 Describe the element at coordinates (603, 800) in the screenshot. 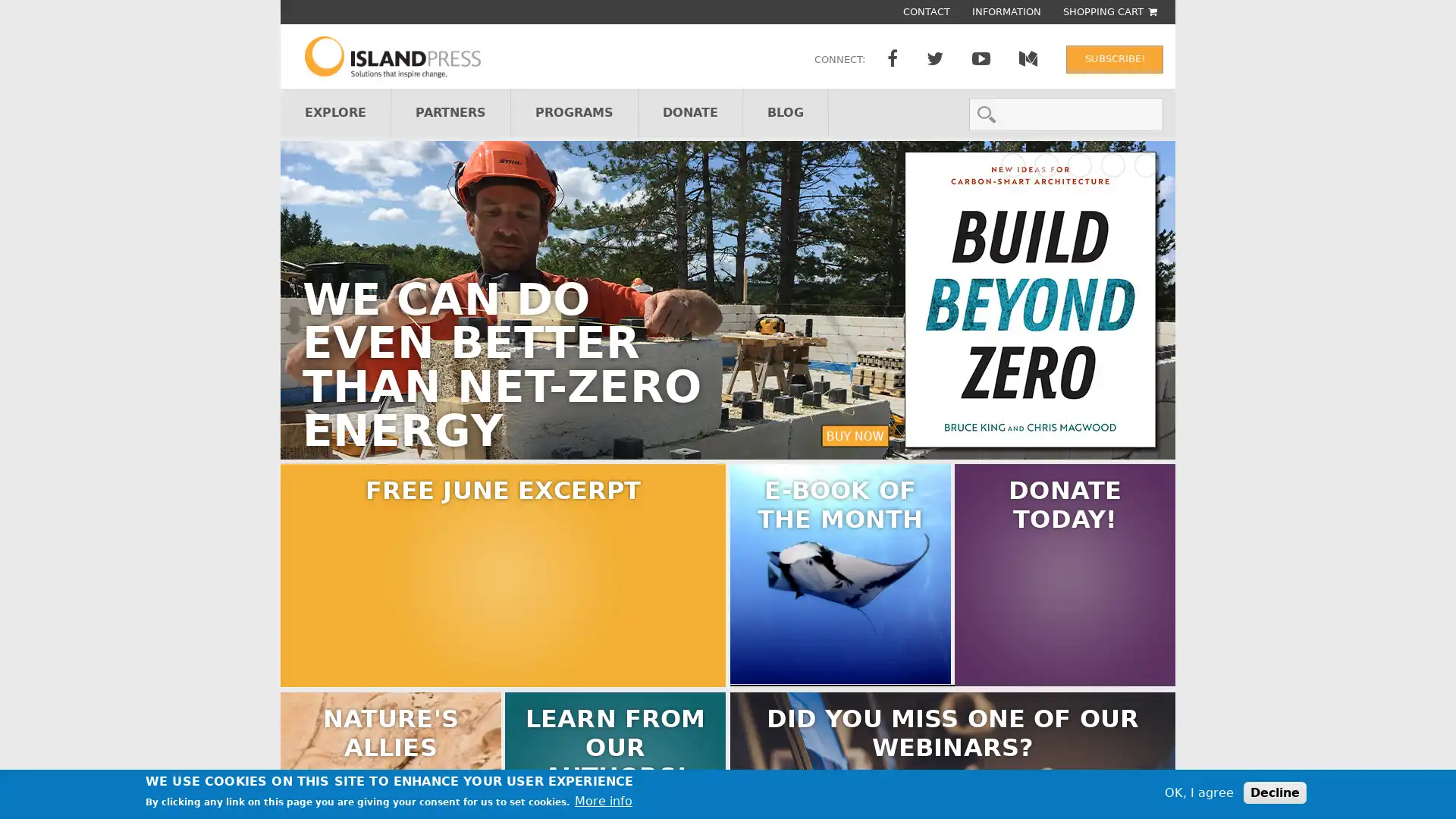

I see `More info` at that location.